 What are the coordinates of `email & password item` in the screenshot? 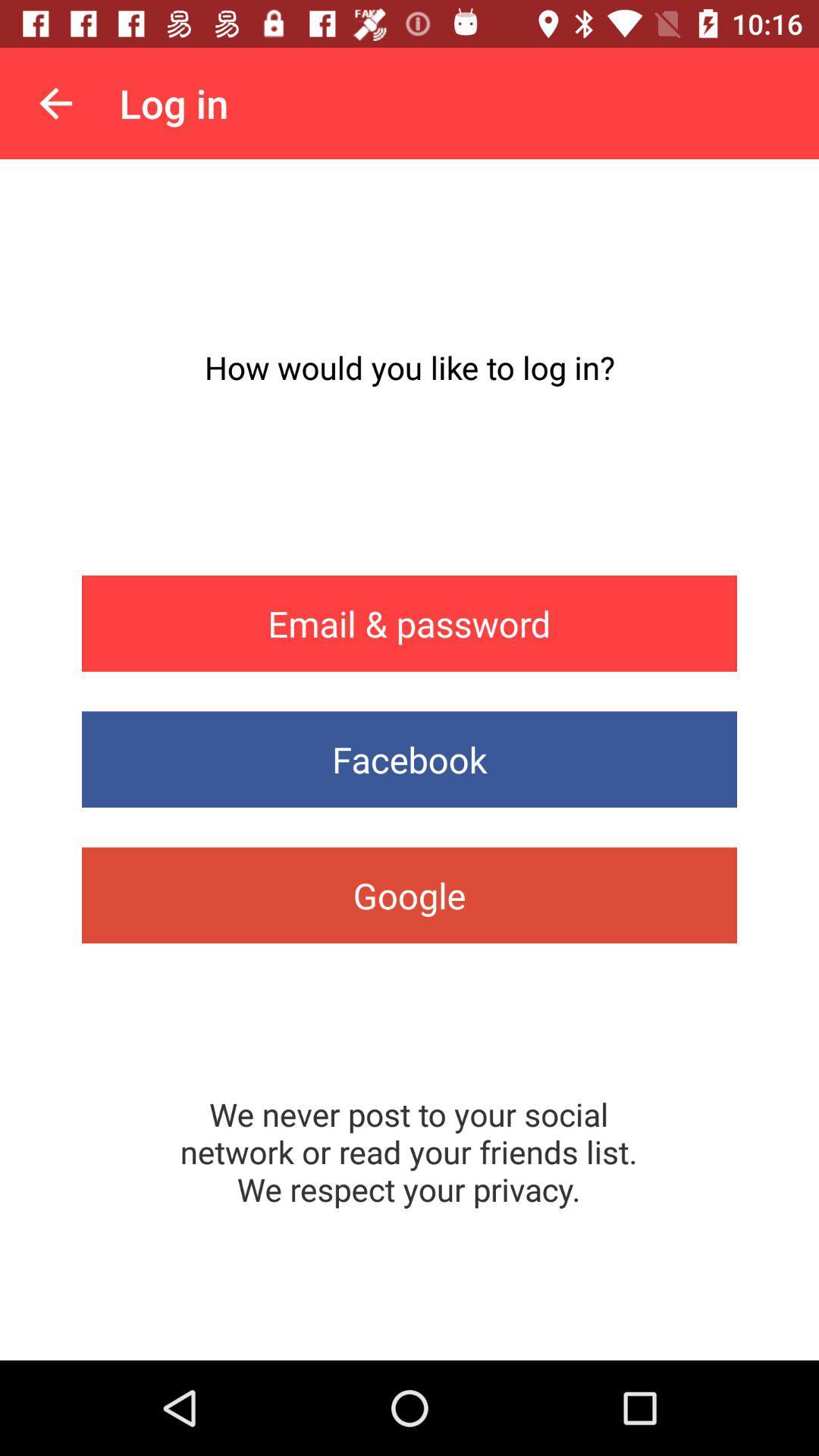 It's located at (409, 623).